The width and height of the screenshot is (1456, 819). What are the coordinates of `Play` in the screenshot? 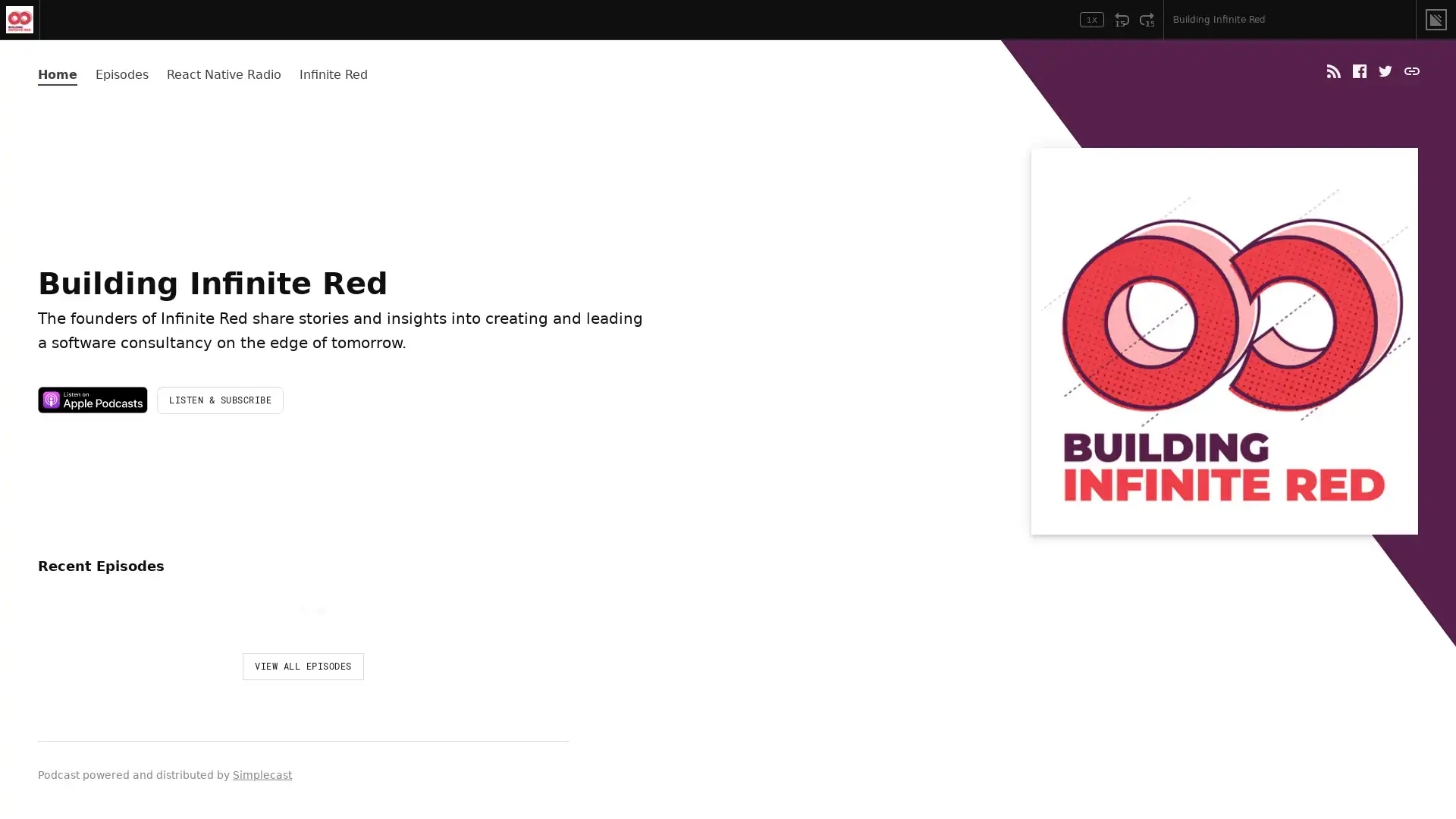 It's located at (55, 629).